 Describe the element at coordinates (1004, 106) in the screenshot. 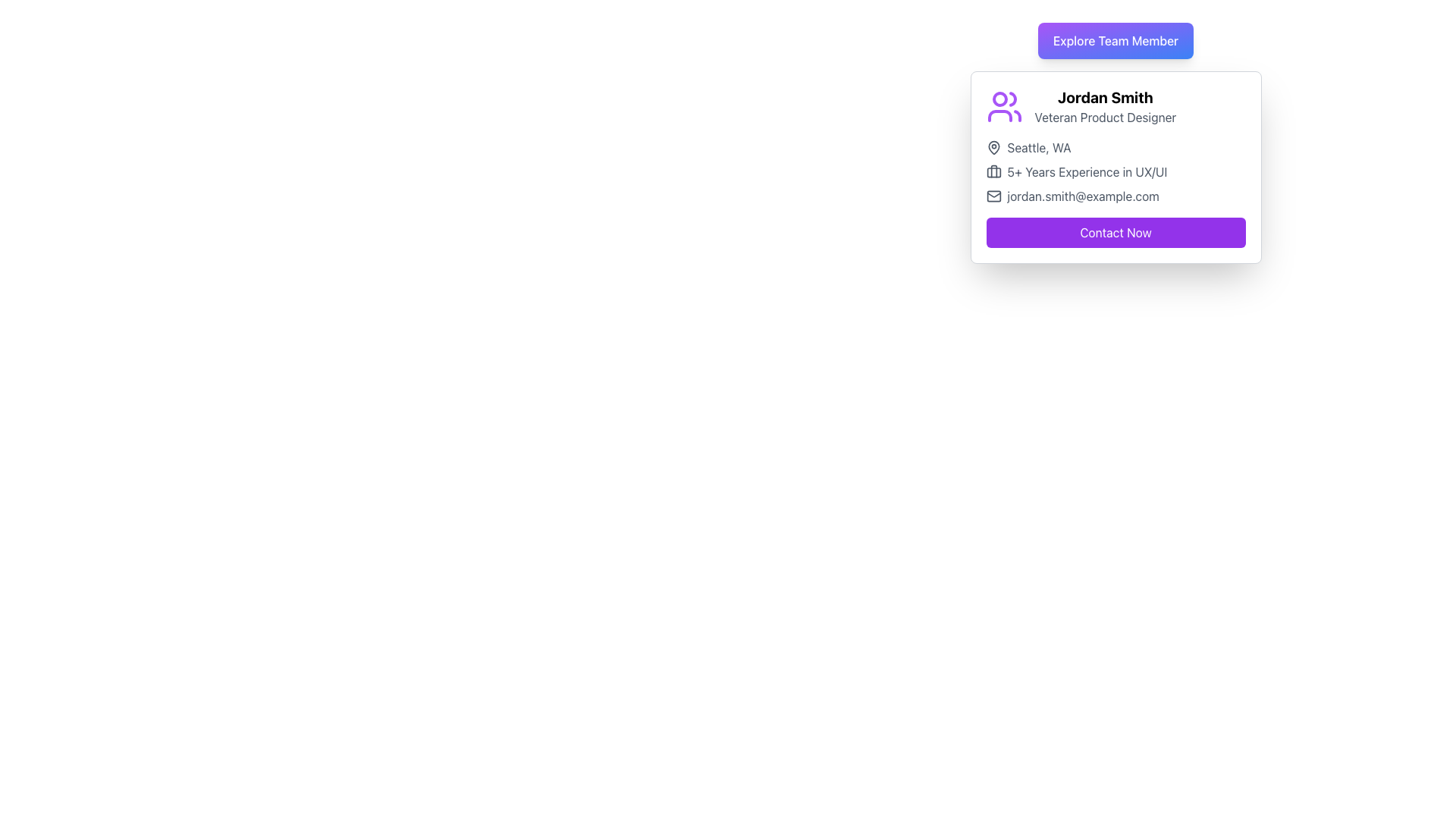

I see `the icon representing a group of users, which is outlined in purple and located in the top-left corner of the card detailing Jordan Smith` at that location.